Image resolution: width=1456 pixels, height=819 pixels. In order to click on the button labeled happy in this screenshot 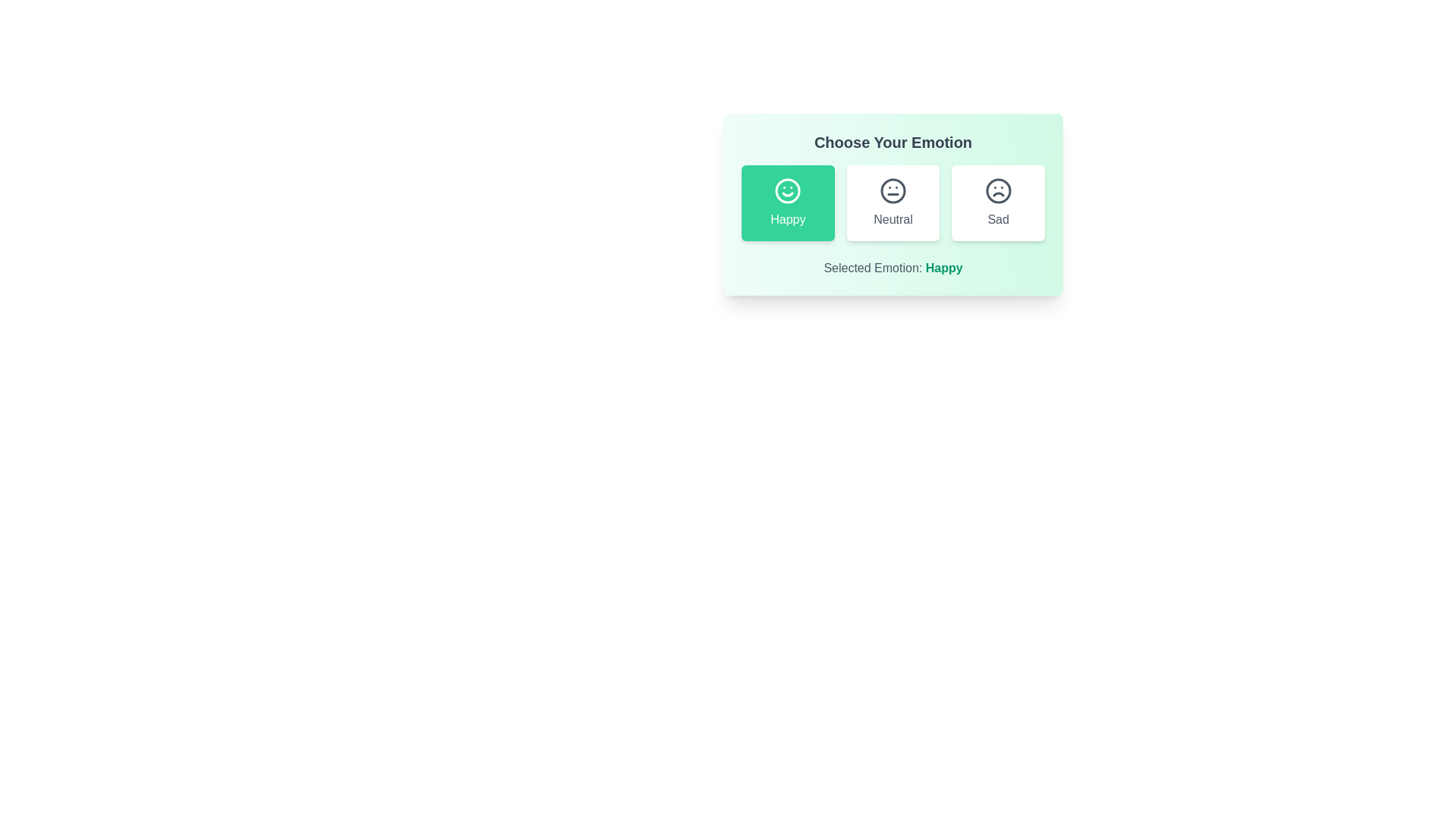, I will do `click(787, 202)`.